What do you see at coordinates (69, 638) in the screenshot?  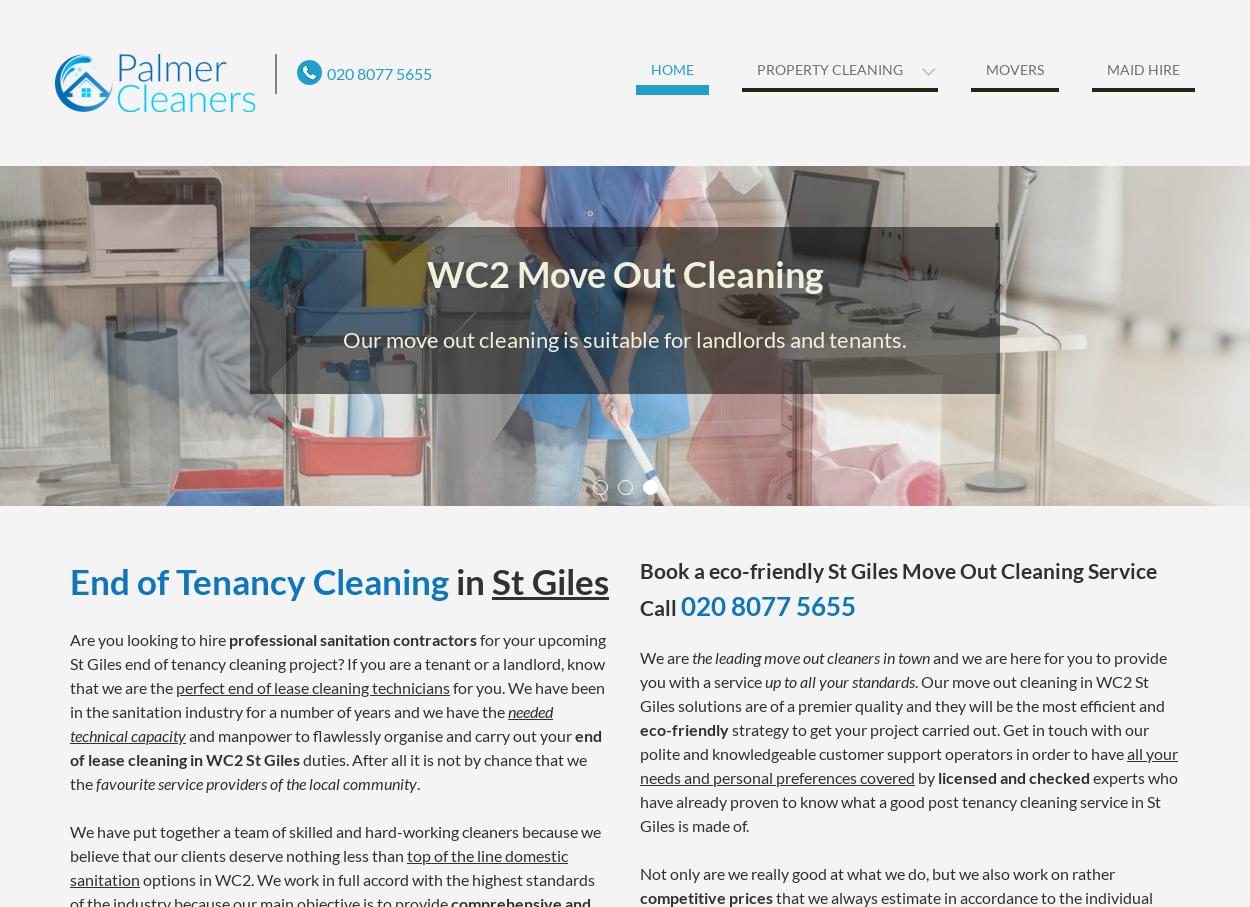 I see `'Are you looking to hire'` at bounding box center [69, 638].